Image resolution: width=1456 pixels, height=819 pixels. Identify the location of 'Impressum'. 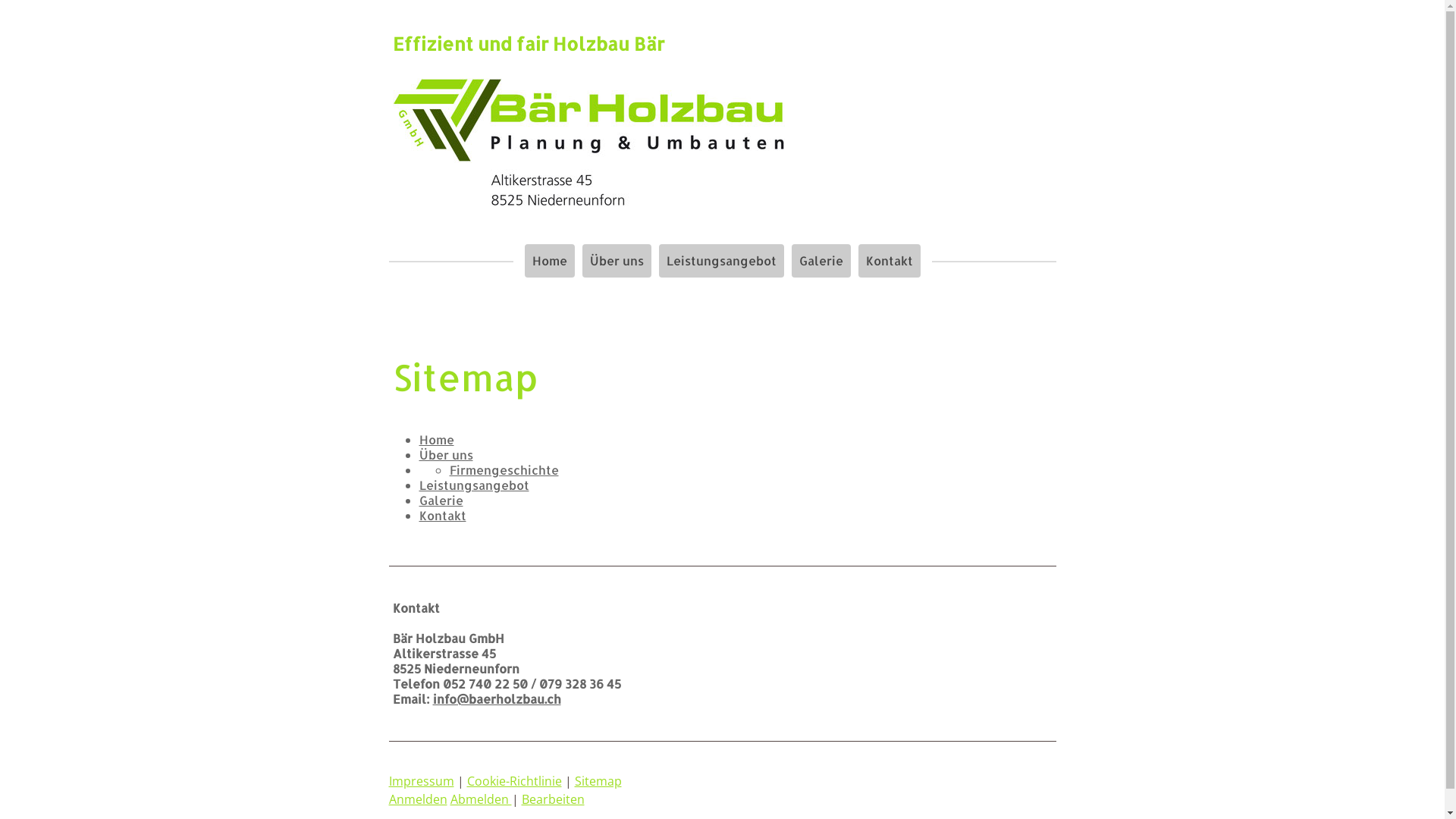
(421, 780).